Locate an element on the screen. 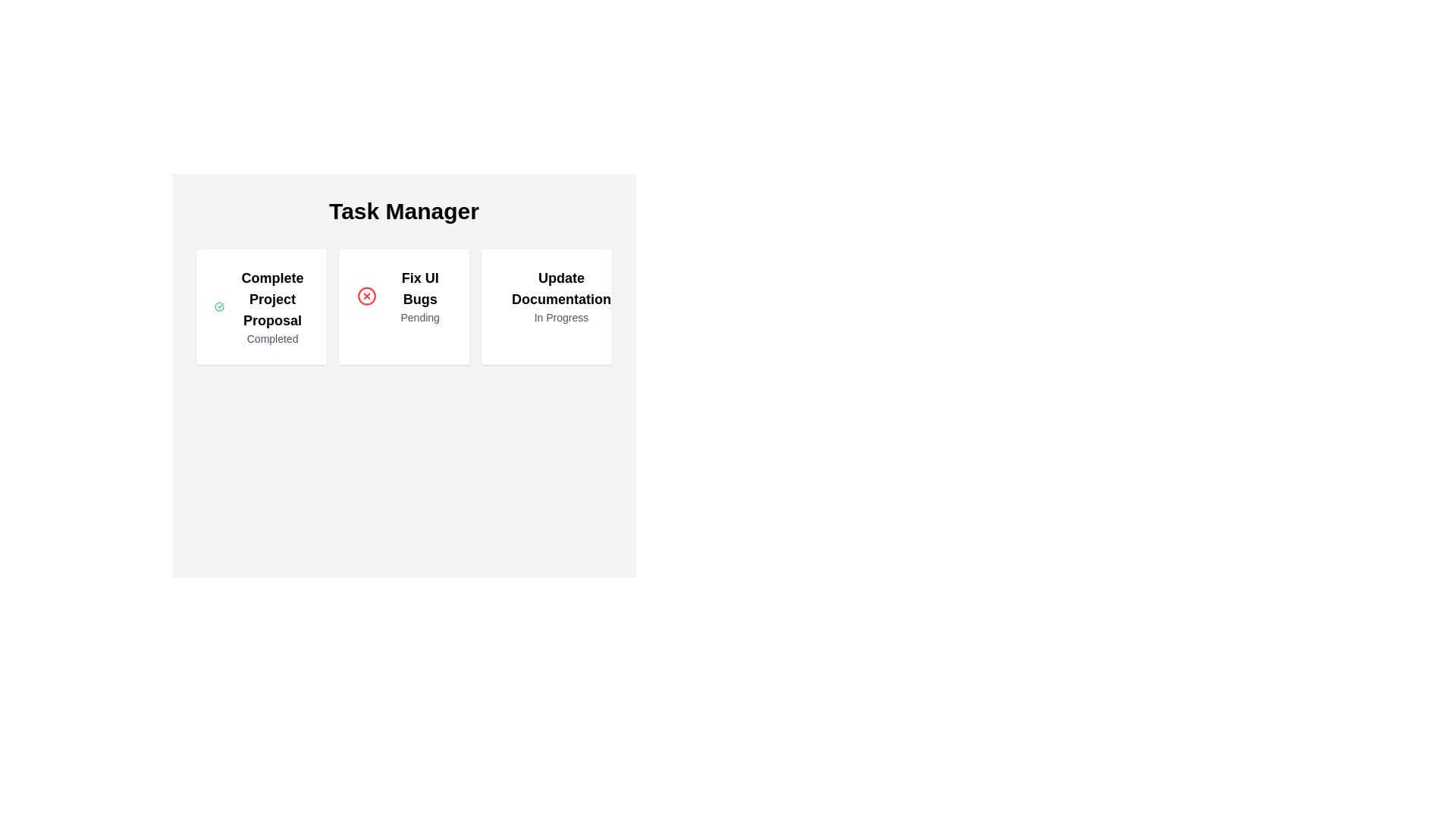  the status indicator text label located at the bottom section of the 'Update Documentation' card, which provides information about the progress state of the associated task is located at coordinates (560, 317).